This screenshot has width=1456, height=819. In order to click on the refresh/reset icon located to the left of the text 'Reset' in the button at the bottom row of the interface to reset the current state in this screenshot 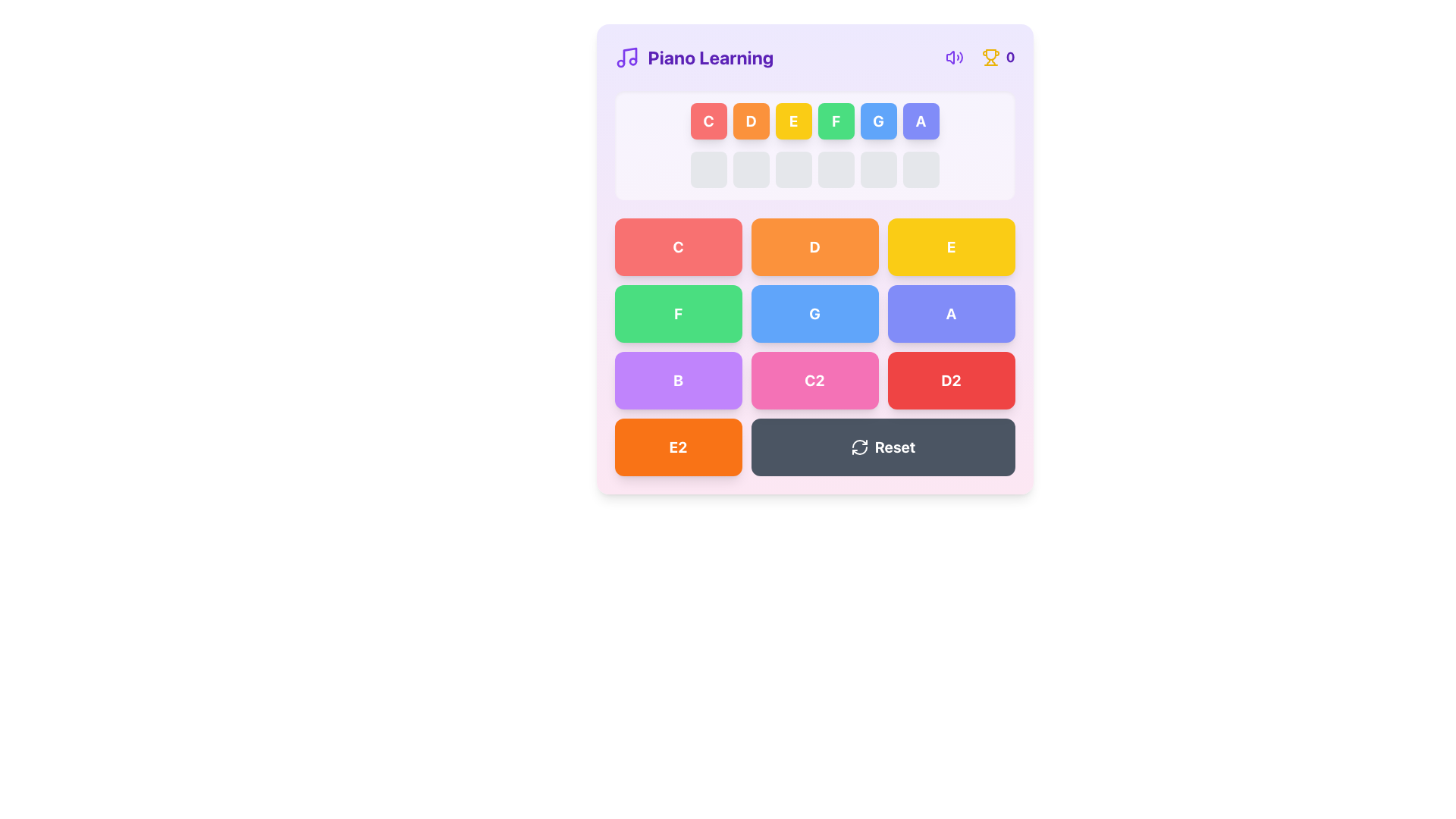, I will do `click(859, 447)`.